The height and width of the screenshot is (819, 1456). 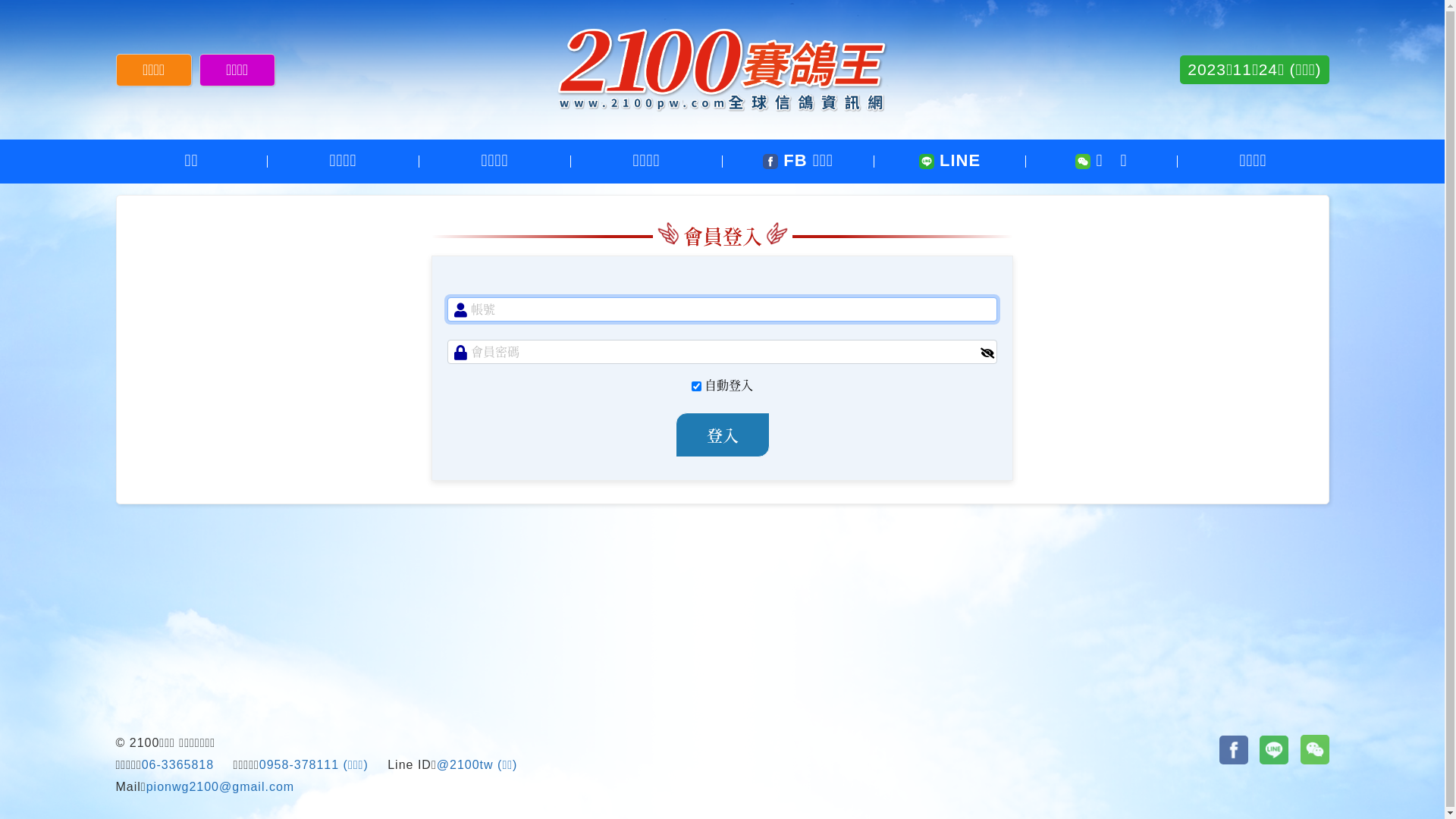 I want to click on 'line', so click(x=1274, y=748).